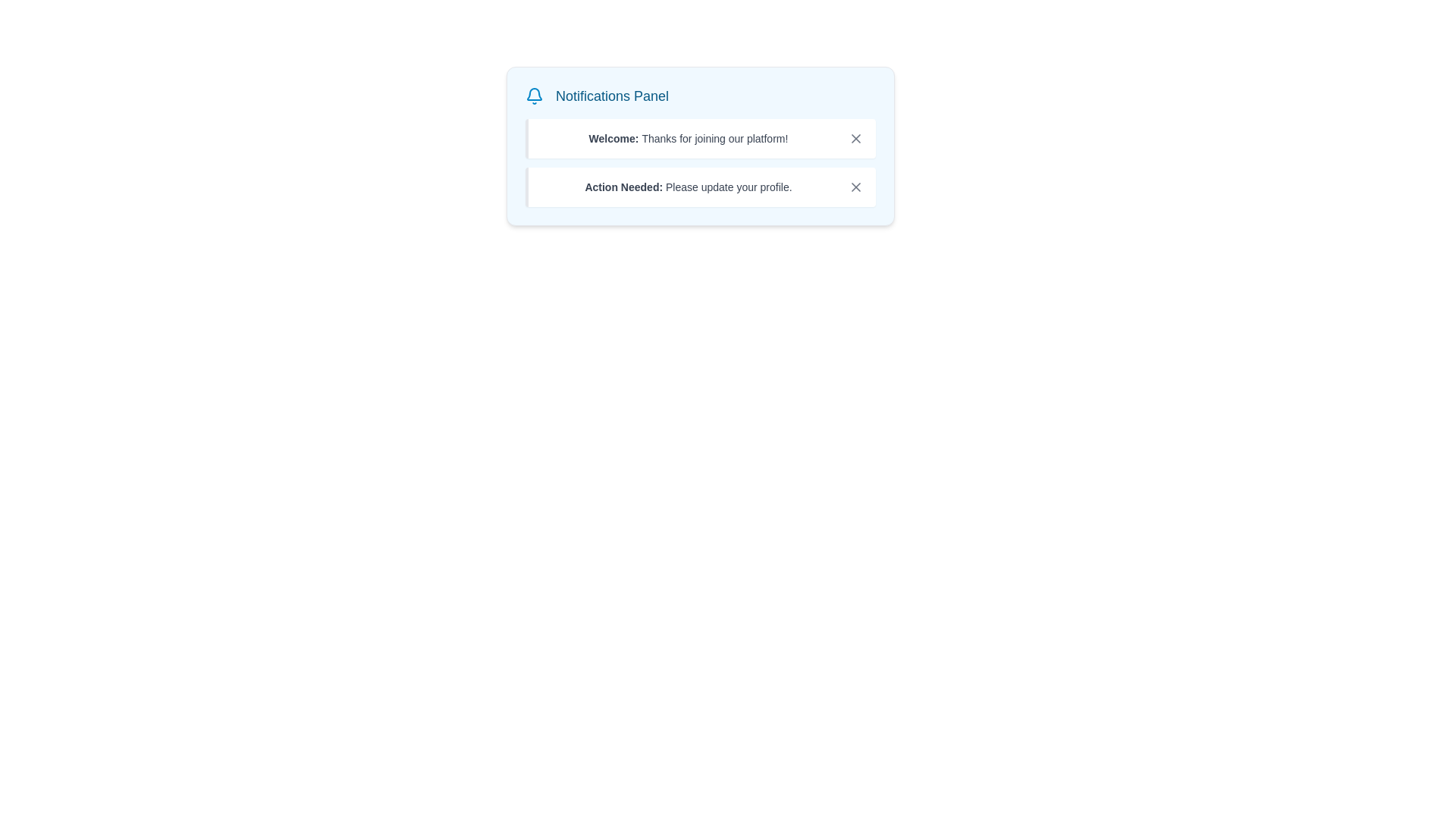  What do you see at coordinates (625, 186) in the screenshot?
I see `the Text Label serving as the header for the notification in the Notifications Panel, which emphasizes the urgency or importance of the message` at bounding box center [625, 186].